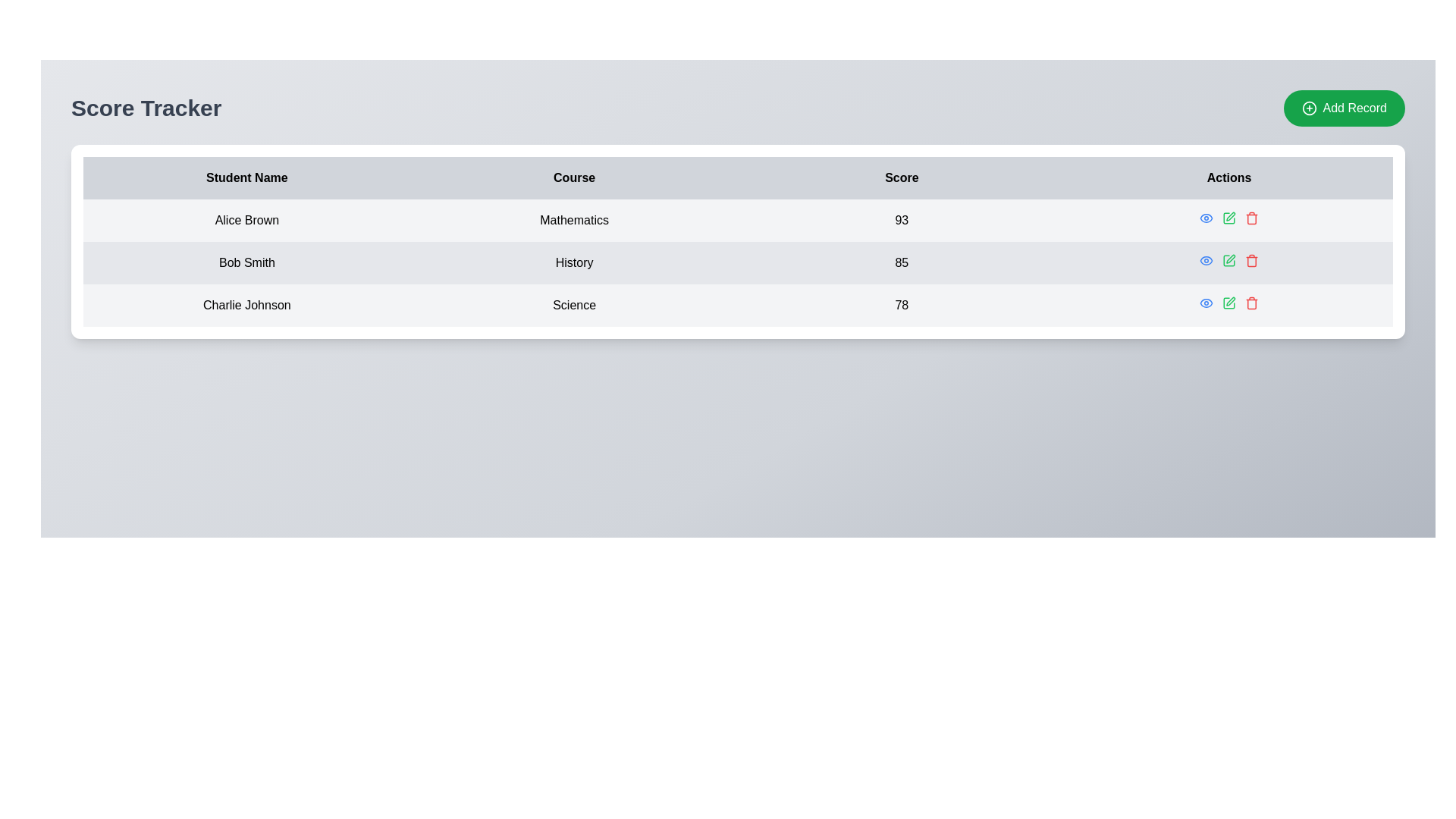  What do you see at coordinates (1252, 303) in the screenshot?
I see `the delete button located in the third row of the table under the 'Actions' column, which is the third icon following a blue eye icon and a green pencil icon` at bounding box center [1252, 303].